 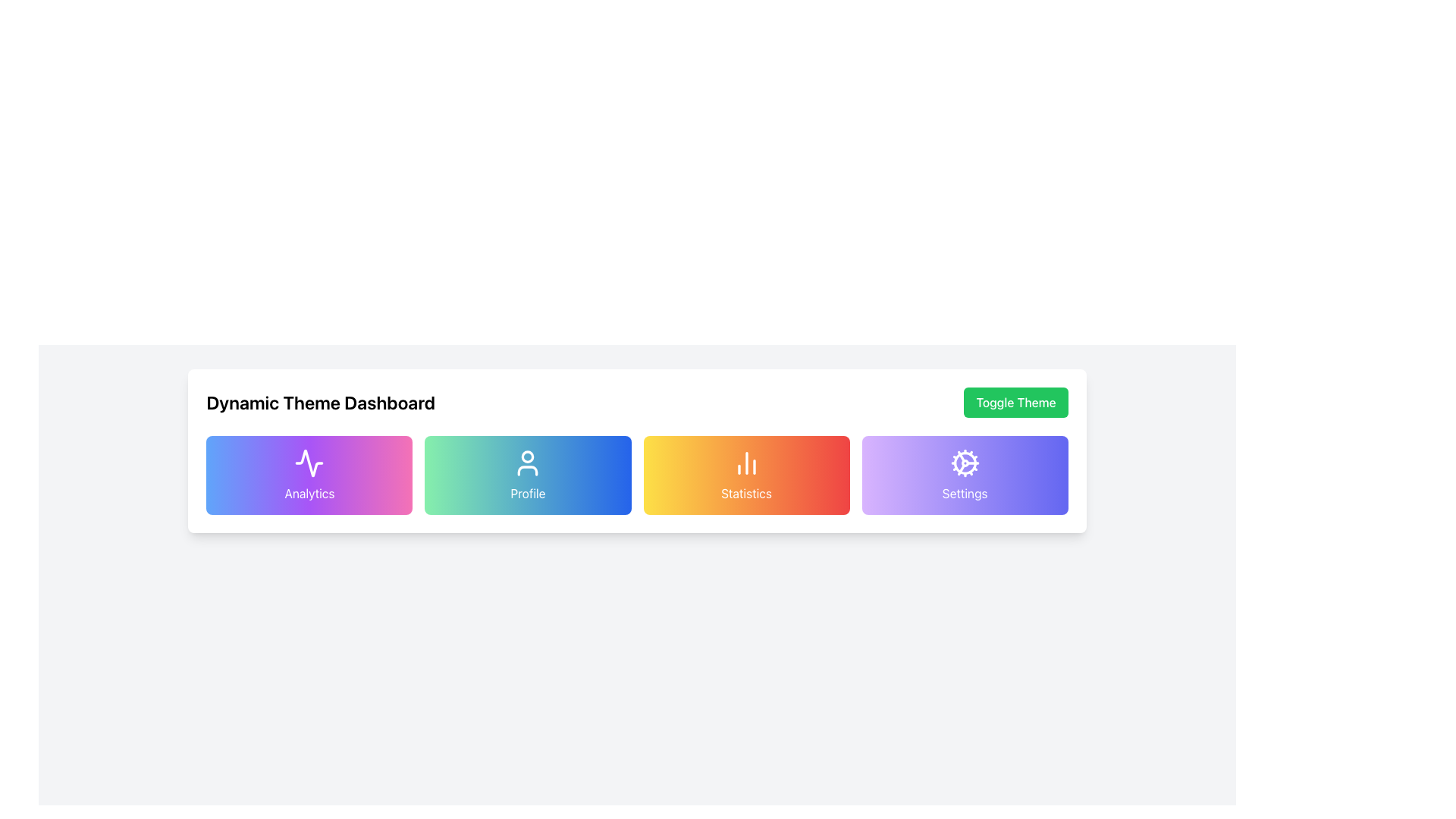 What do you see at coordinates (309, 462) in the screenshot?
I see `the 'Analytics' icon` at bounding box center [309, 462].